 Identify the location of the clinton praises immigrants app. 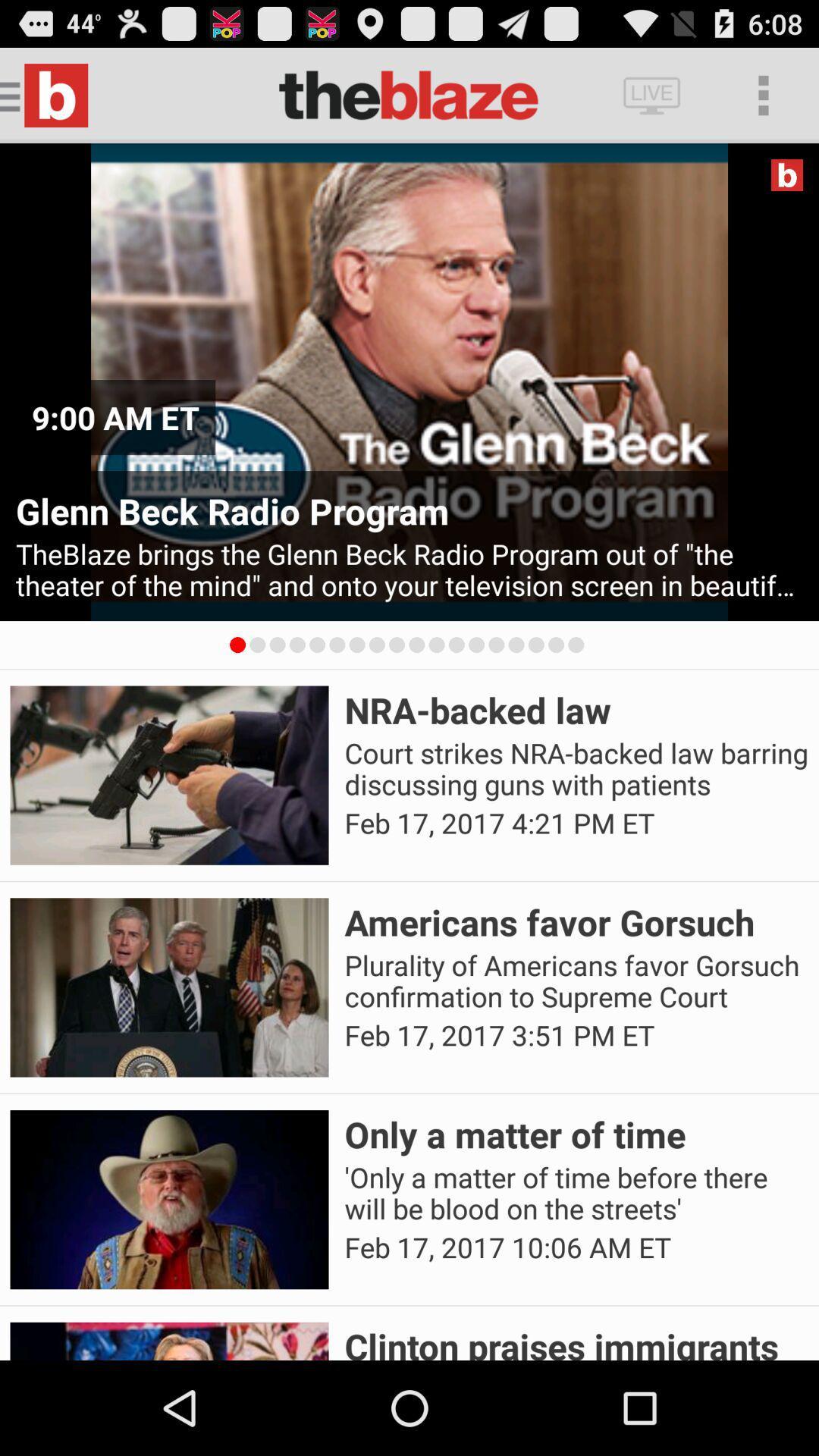
(576, 1341).